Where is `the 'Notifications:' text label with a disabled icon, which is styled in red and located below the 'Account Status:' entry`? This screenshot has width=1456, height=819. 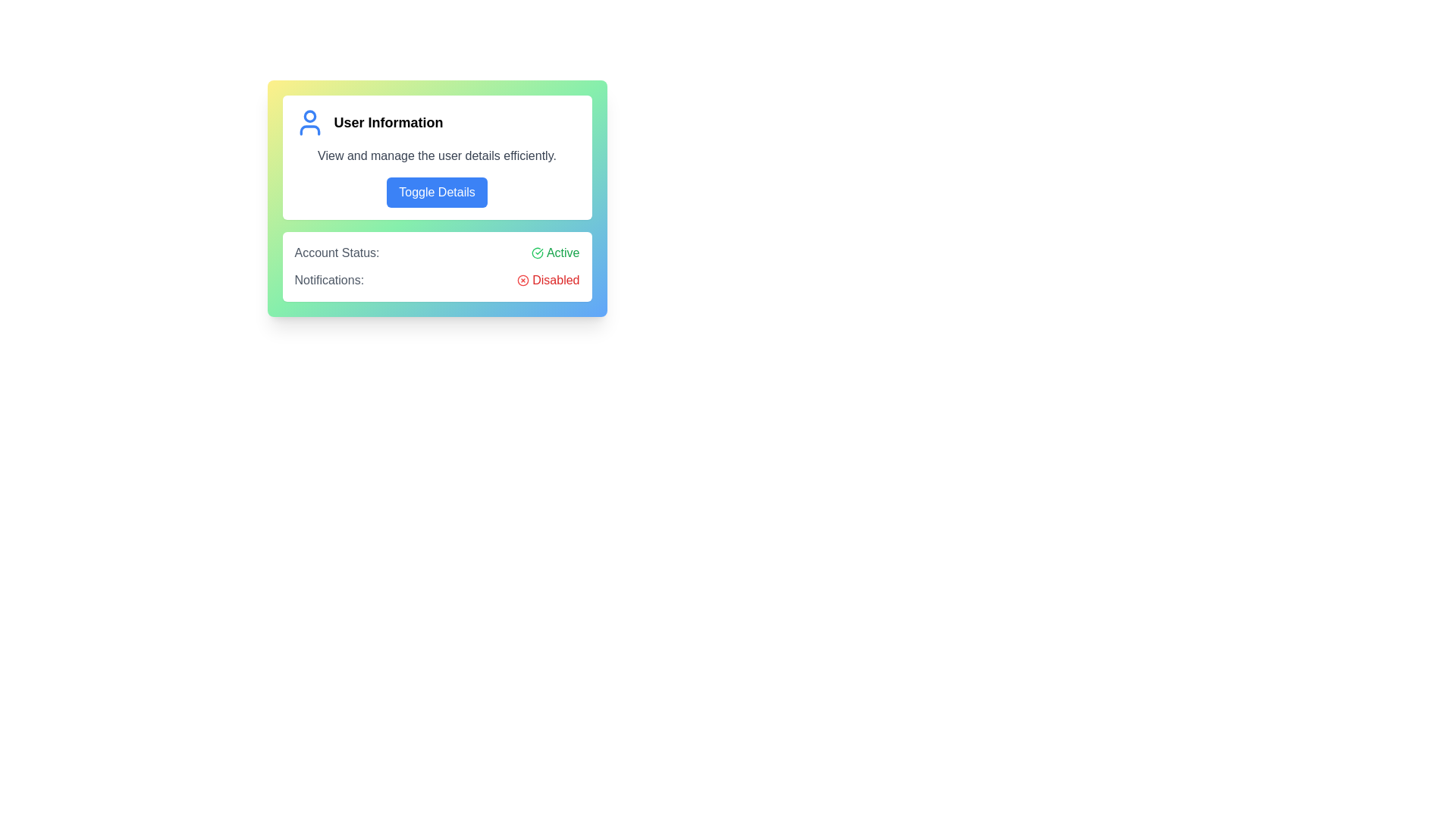 the 'Notifications:' text label with a disabled icon, which is styled in red and located below the 'Account Status:' entry is located at coordinates (436, 281).